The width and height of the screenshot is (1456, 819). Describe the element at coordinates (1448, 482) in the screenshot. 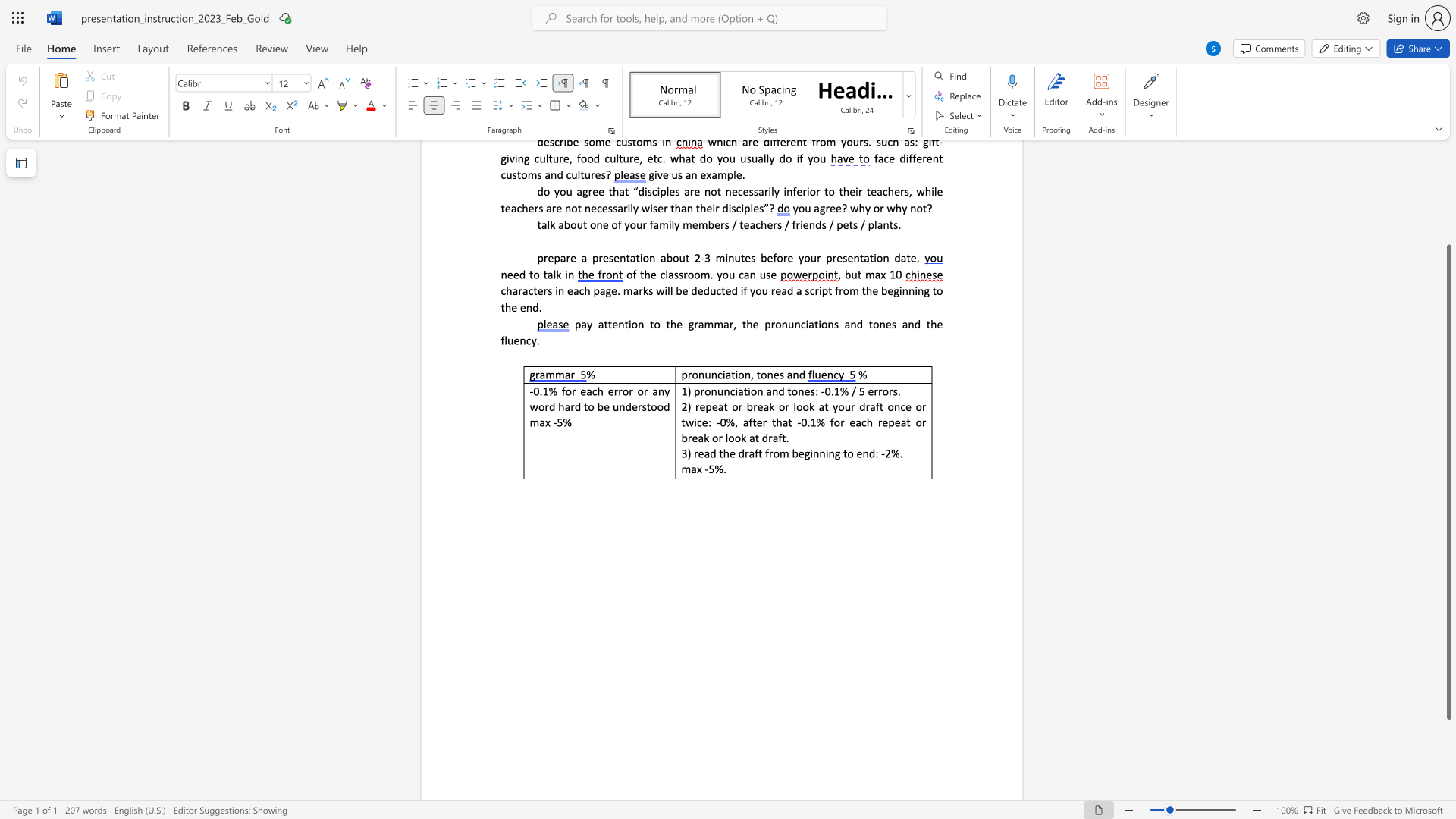

I see `the scrollbar and move up 180 pixels` at that location.